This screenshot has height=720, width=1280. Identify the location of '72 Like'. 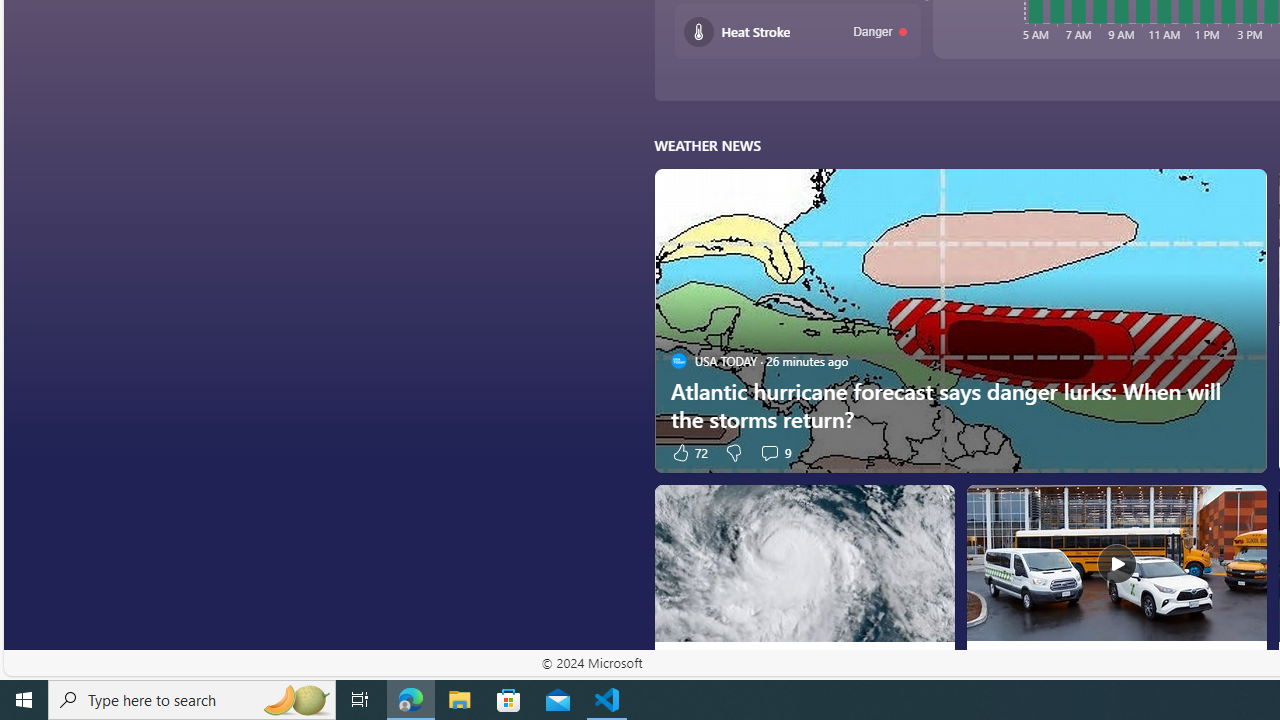
(688, 452).